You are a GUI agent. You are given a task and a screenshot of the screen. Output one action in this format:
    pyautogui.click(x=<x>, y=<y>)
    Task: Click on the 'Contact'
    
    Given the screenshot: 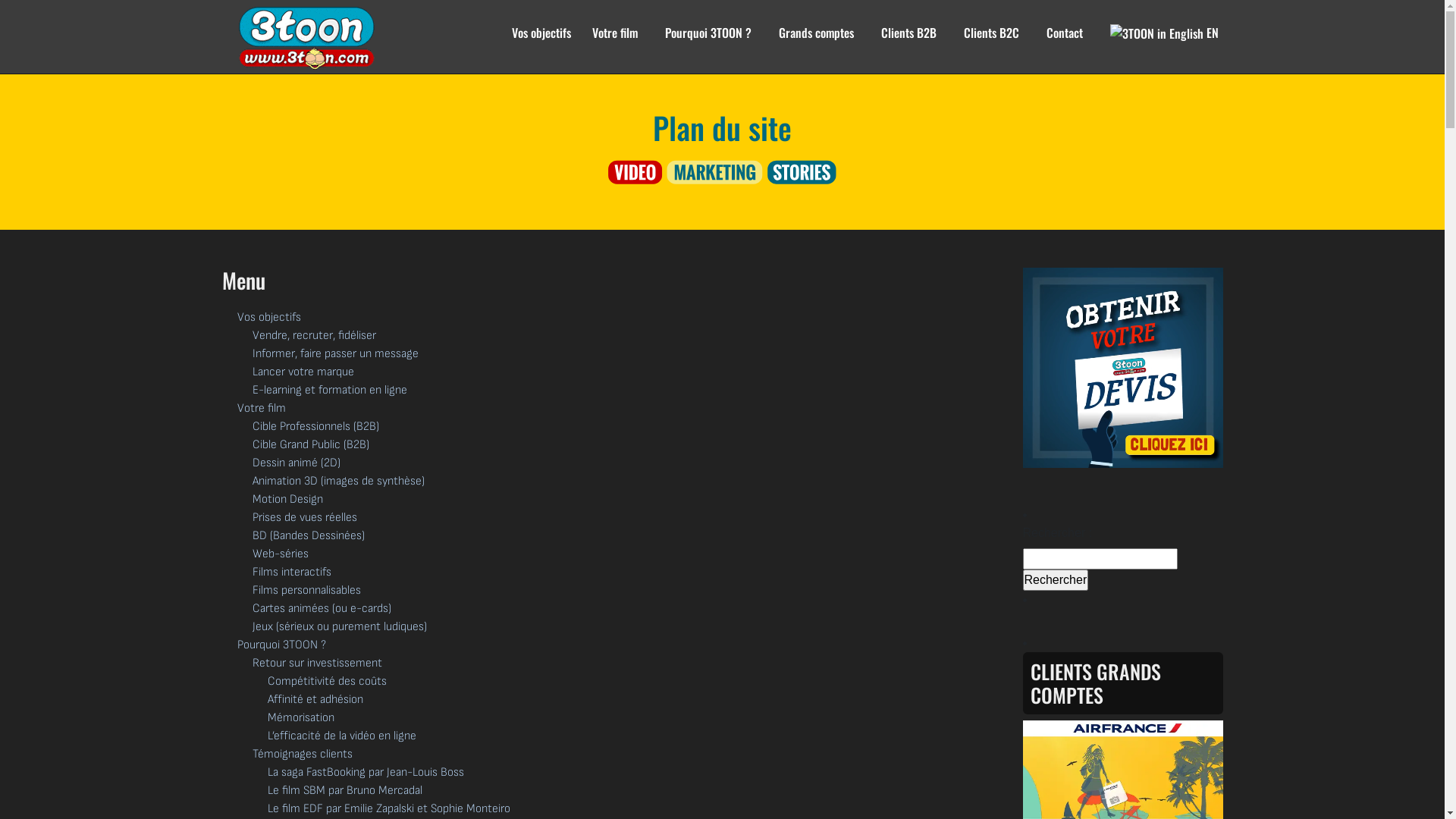 What is the action you would take?
    pyautogui.click(x=1063, y=41)
    